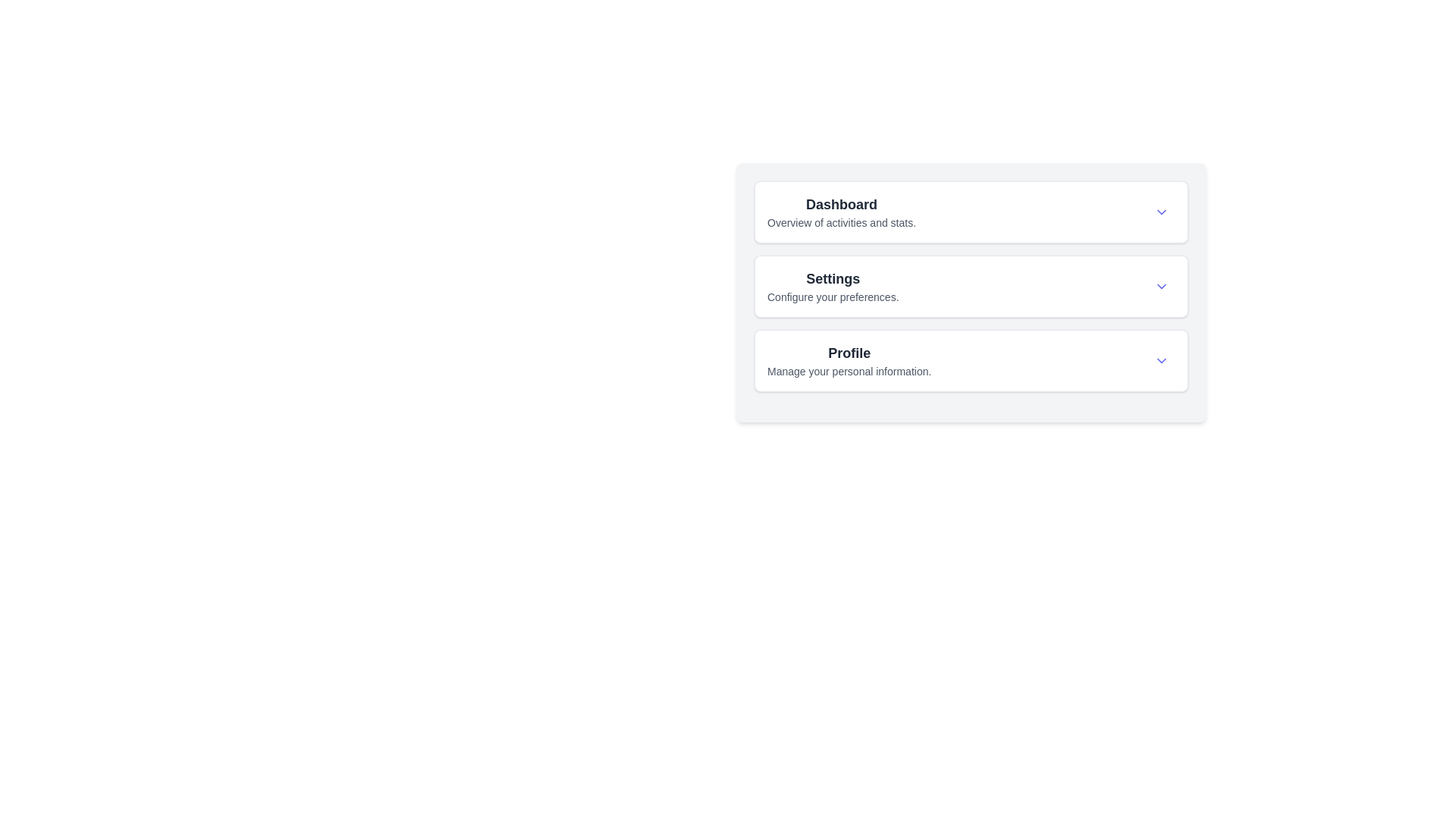  What do you see at coordinates (1160, 212) in the screenshot?
I see `the toggle button icon located in the top-right corner of the 'Dashboard' section` at bounding box center [1160, 212].